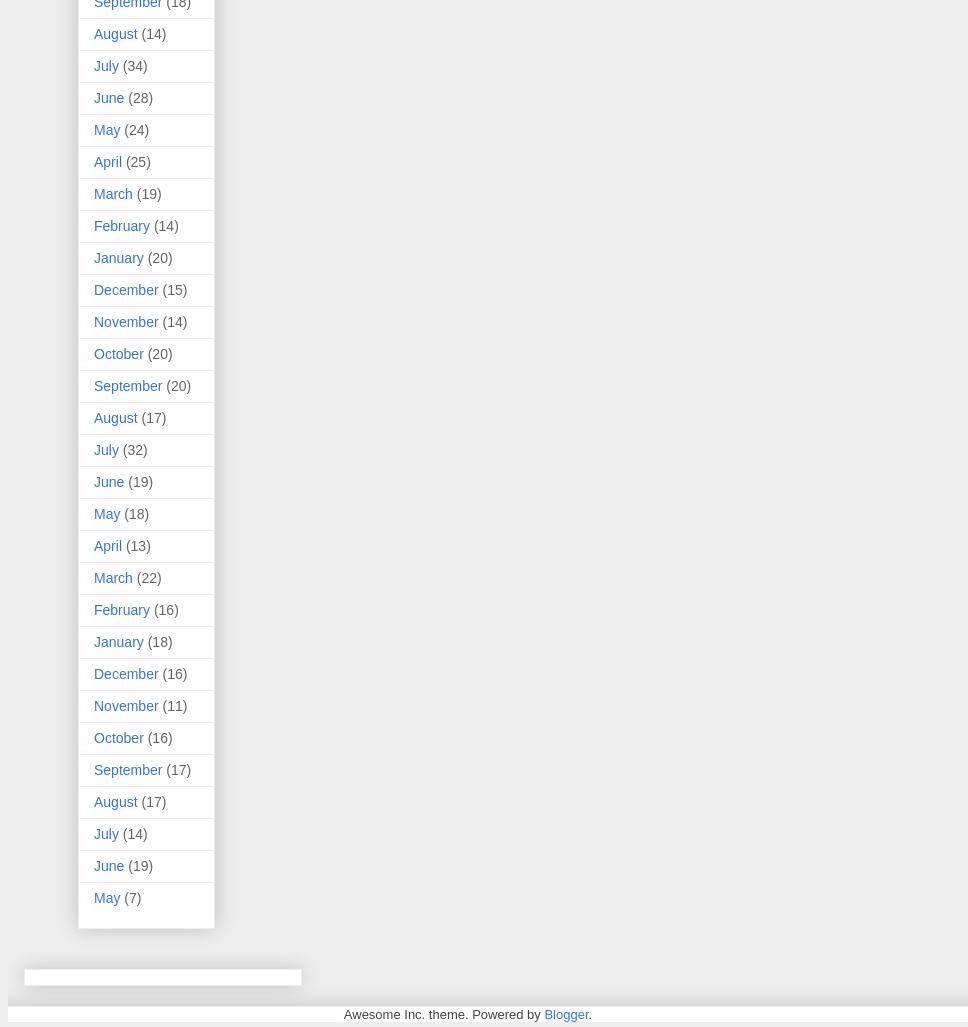 The height and width of the screenshot is (1027, 968). What do you see at coordinates (120, 130) in the screenshot?
I see `'(24)'` at bounding box center [120, 130].